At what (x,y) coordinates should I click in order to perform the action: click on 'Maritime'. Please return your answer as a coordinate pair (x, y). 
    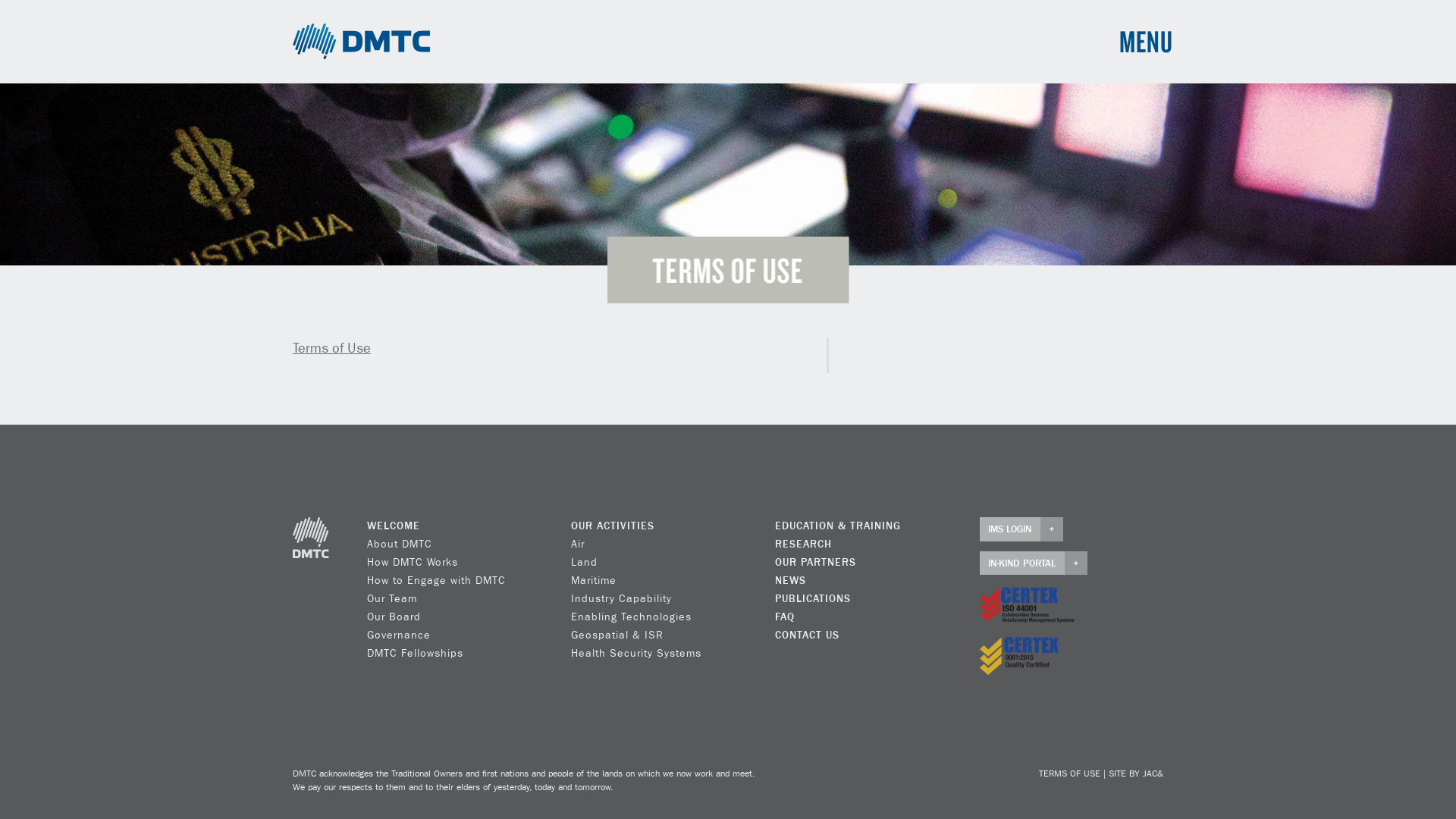
    Looking at the image, I should click on (592, 580).